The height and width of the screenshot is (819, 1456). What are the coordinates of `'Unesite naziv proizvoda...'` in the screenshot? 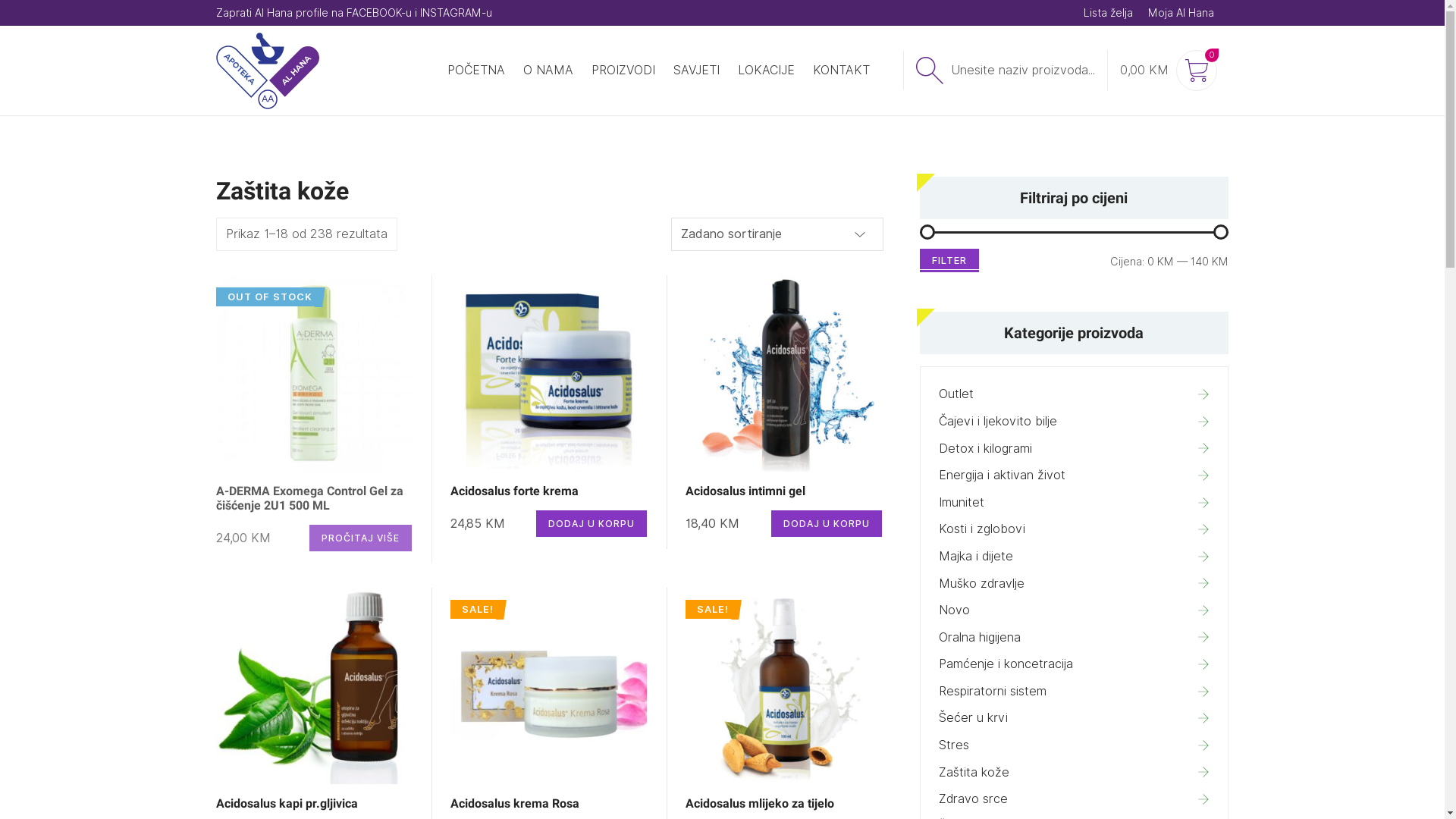 It's located at (1004, 70).